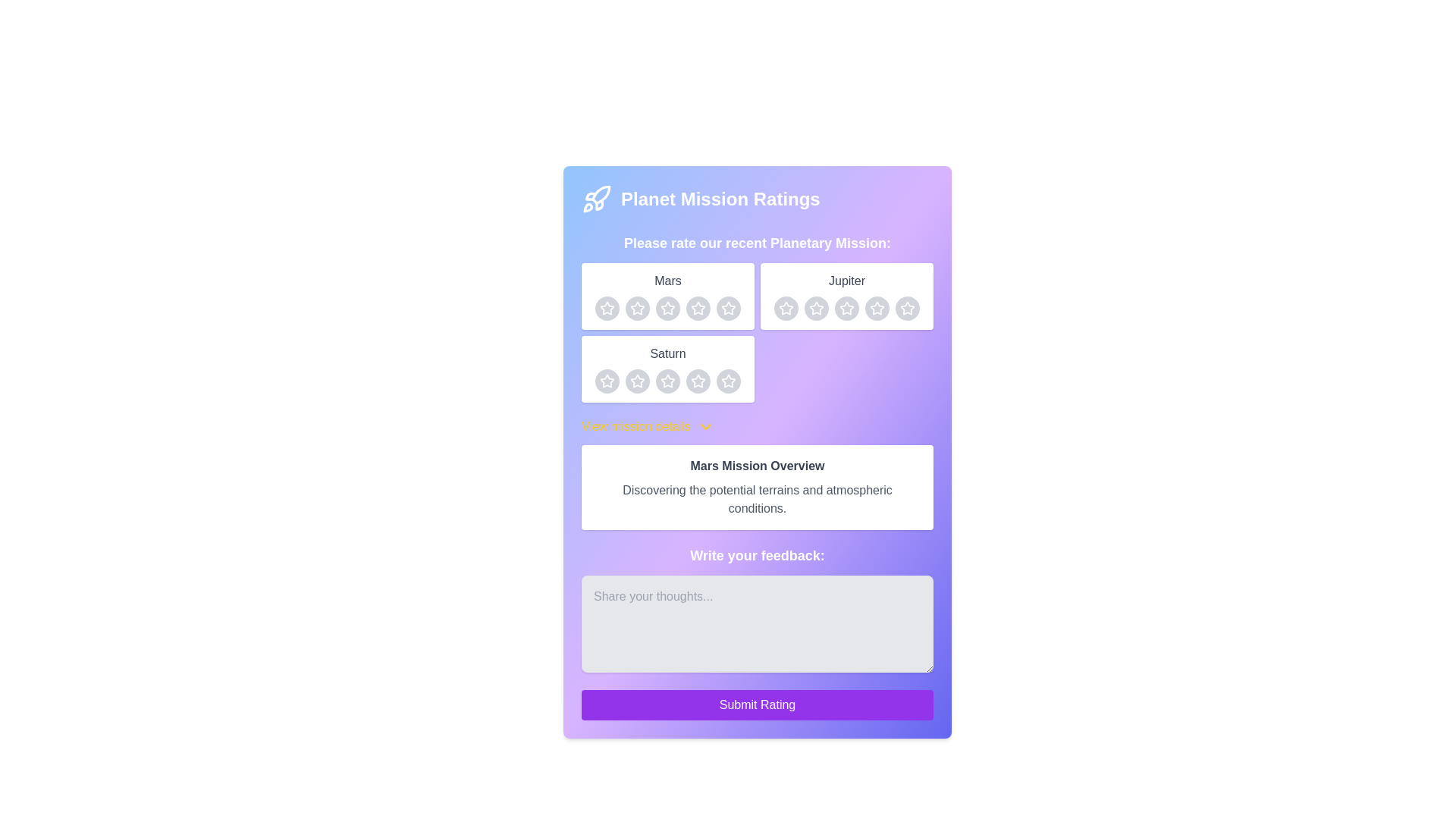 Image resolution: width=1456 pixels, height=819 pixels. Describe the element at coordinates (667, 308) in the screenshot. I see `the star-shaped icon in the rating component below the 'Mars' label to set a rating` at that location.